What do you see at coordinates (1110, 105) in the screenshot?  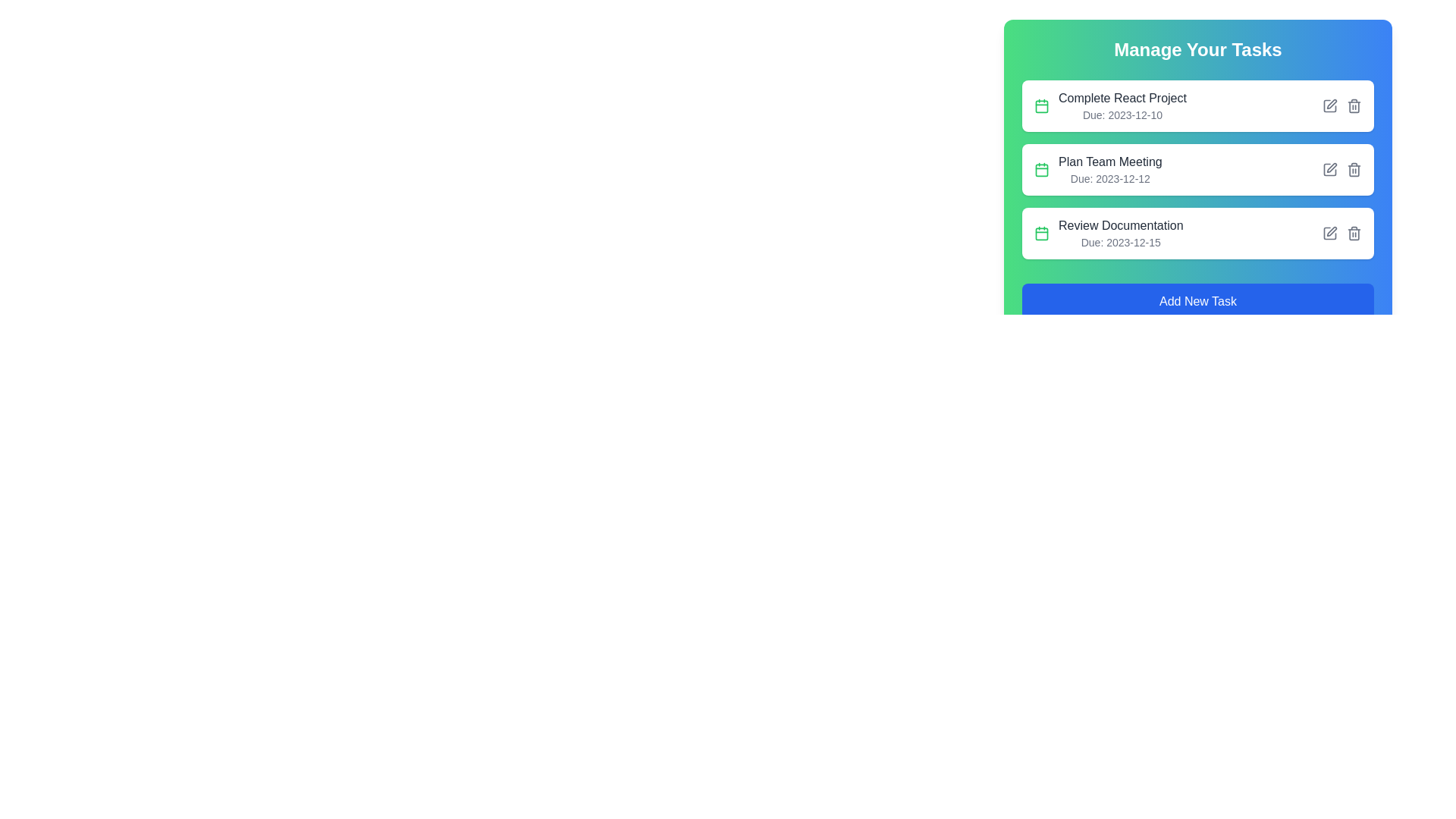 I see `the task label displaying 'Complete React Project' with the due date 'Due: 2023-12-10'` at bounding box center [1110, 105].